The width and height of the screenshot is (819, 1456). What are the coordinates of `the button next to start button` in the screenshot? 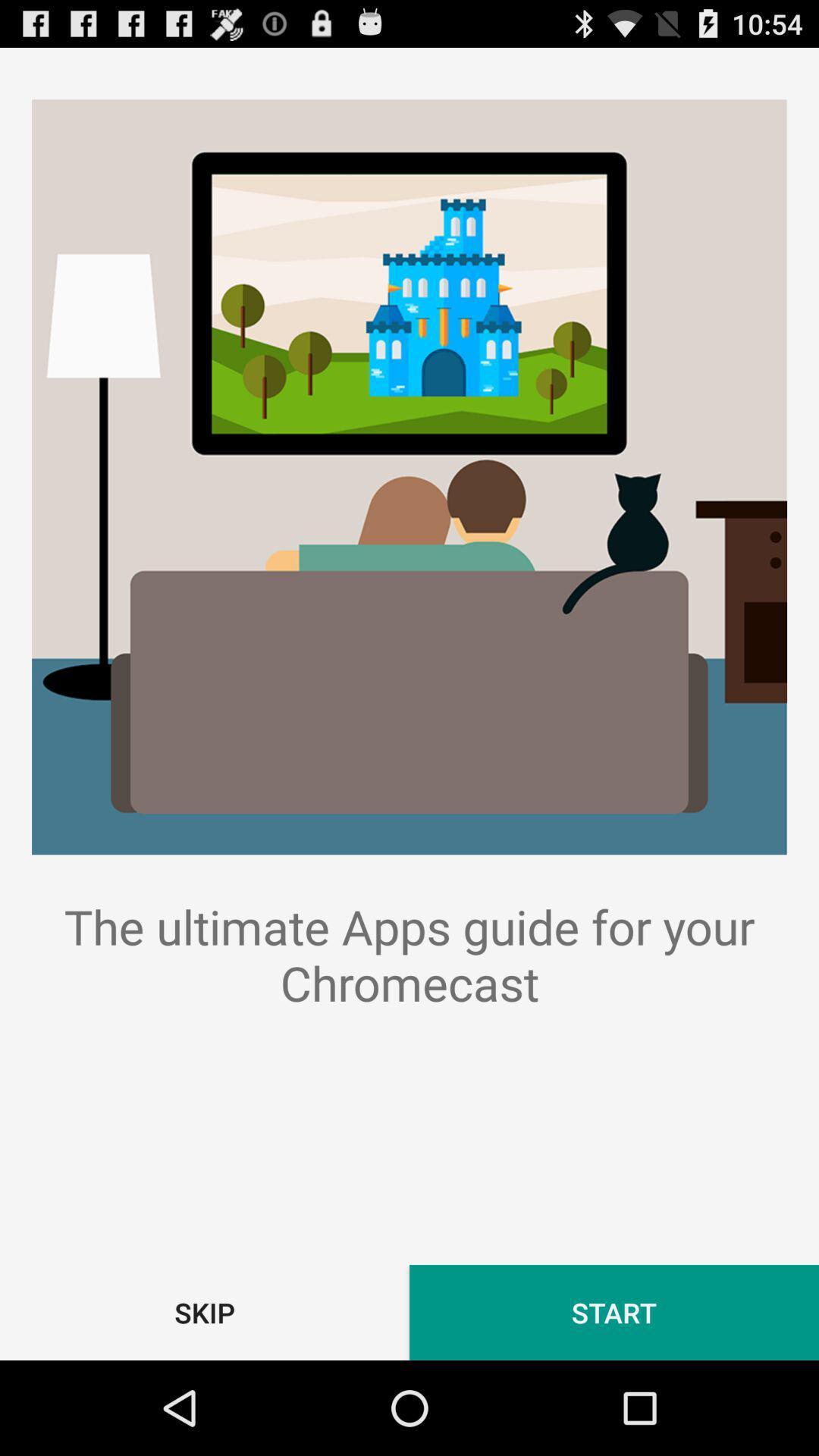 It's located at (205, 1312).